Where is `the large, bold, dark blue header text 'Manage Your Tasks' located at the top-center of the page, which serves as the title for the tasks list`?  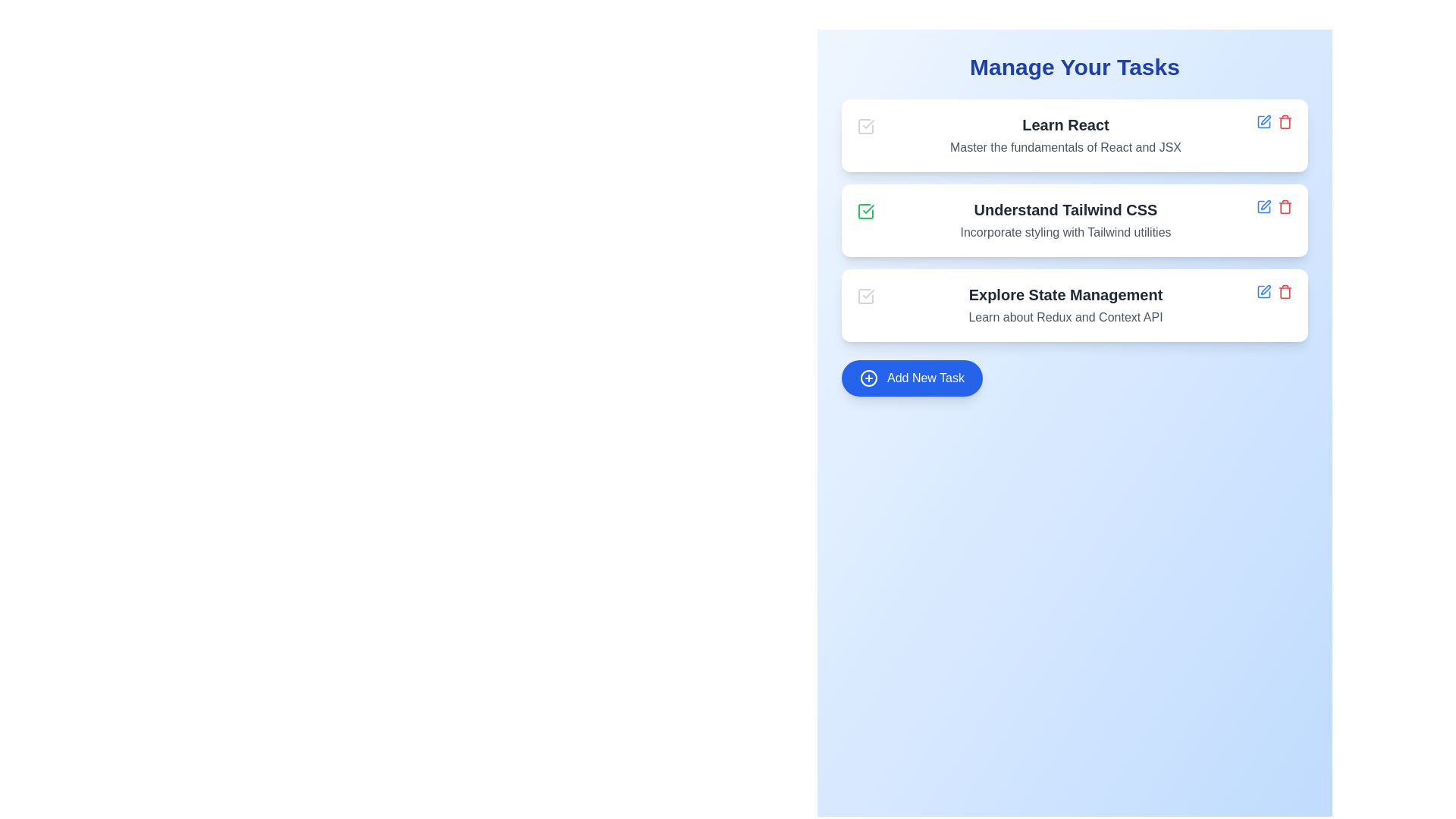 the large, bold, dark blue header text 'Manage Your Tasks' located at the top-center of the page, which serves as the title for the tasks list is located at coordinates (1074, 66).